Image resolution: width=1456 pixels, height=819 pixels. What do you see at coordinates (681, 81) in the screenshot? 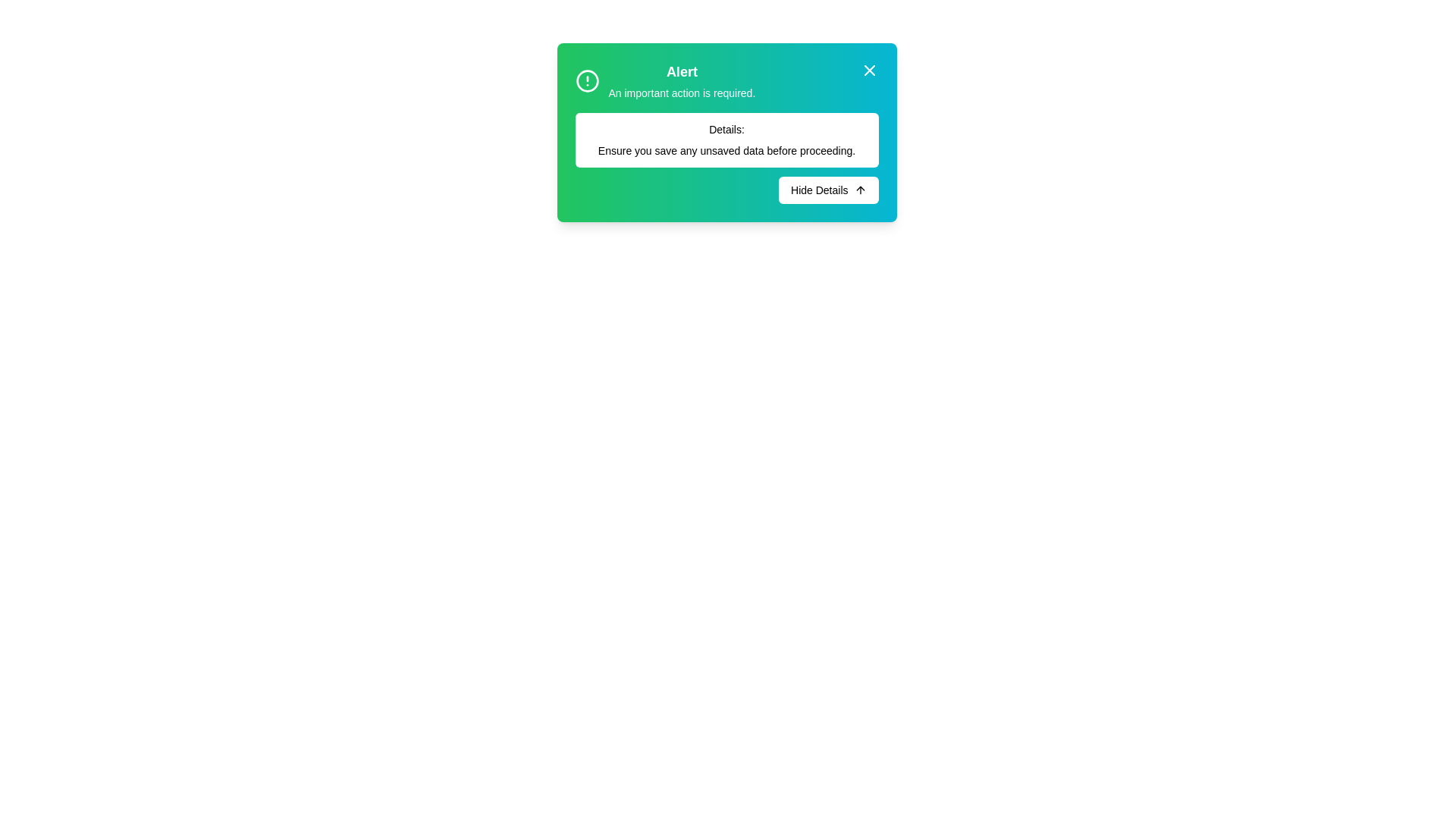
I see `text displayed in the notification title, which informs the user of an important action required` at bounding box center [681, 81].